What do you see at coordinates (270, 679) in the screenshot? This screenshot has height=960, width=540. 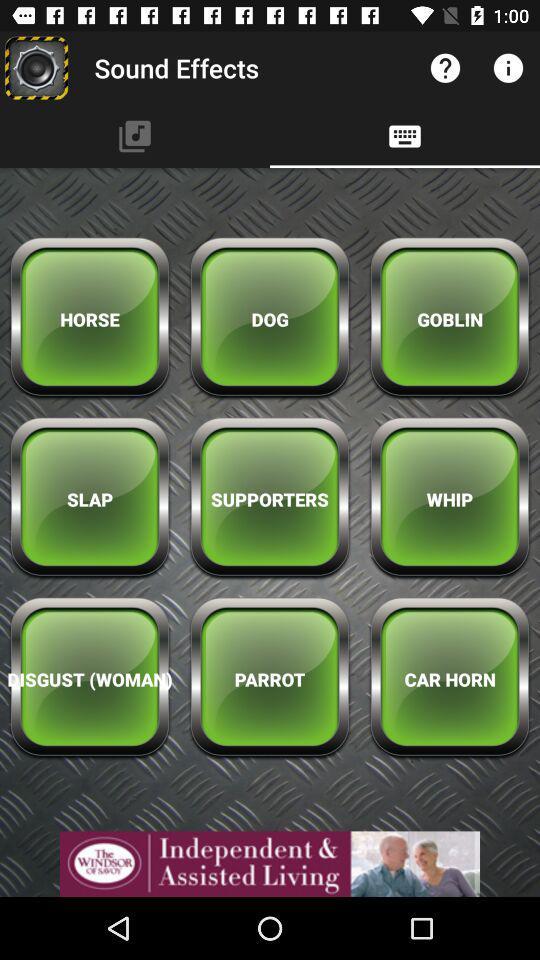 I see `parrot` at bounding box center [270, 679].